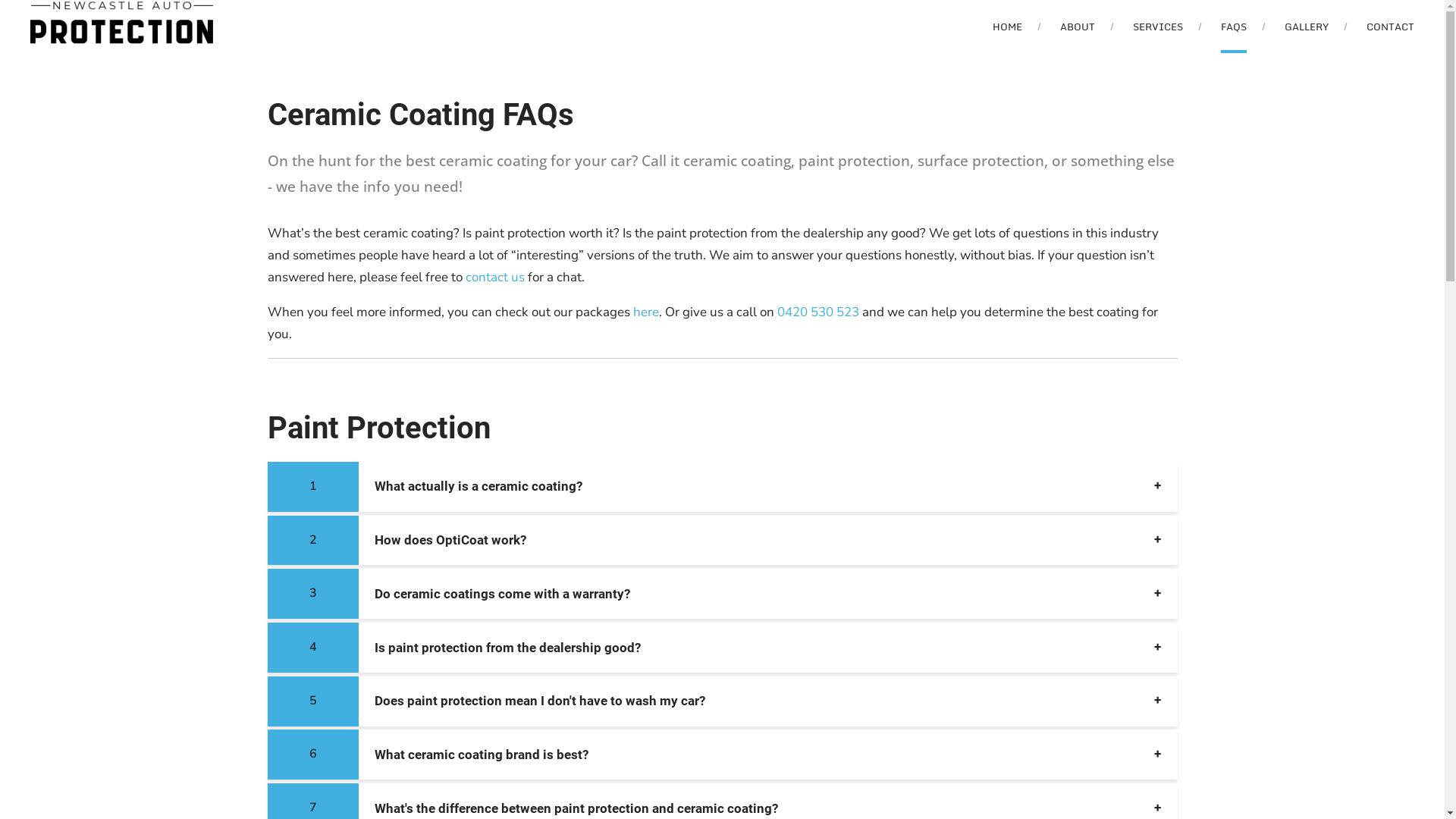 Image resolution: width=1456 pixels, height=819 pixels. Describe the element at coordinates (1132, 26) in the screenshot. I see `'SERVICES'` at that location.